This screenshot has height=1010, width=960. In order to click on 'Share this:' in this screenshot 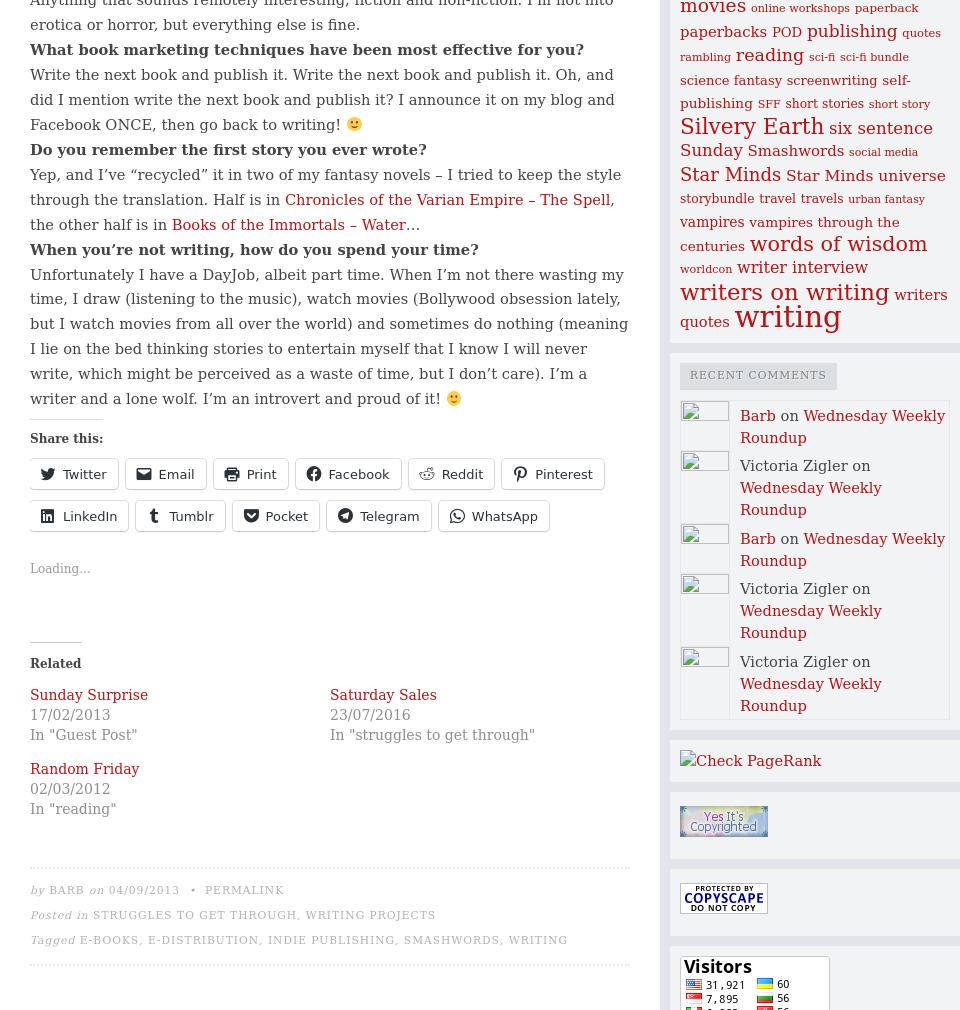, I will do `click(66, 439)`.